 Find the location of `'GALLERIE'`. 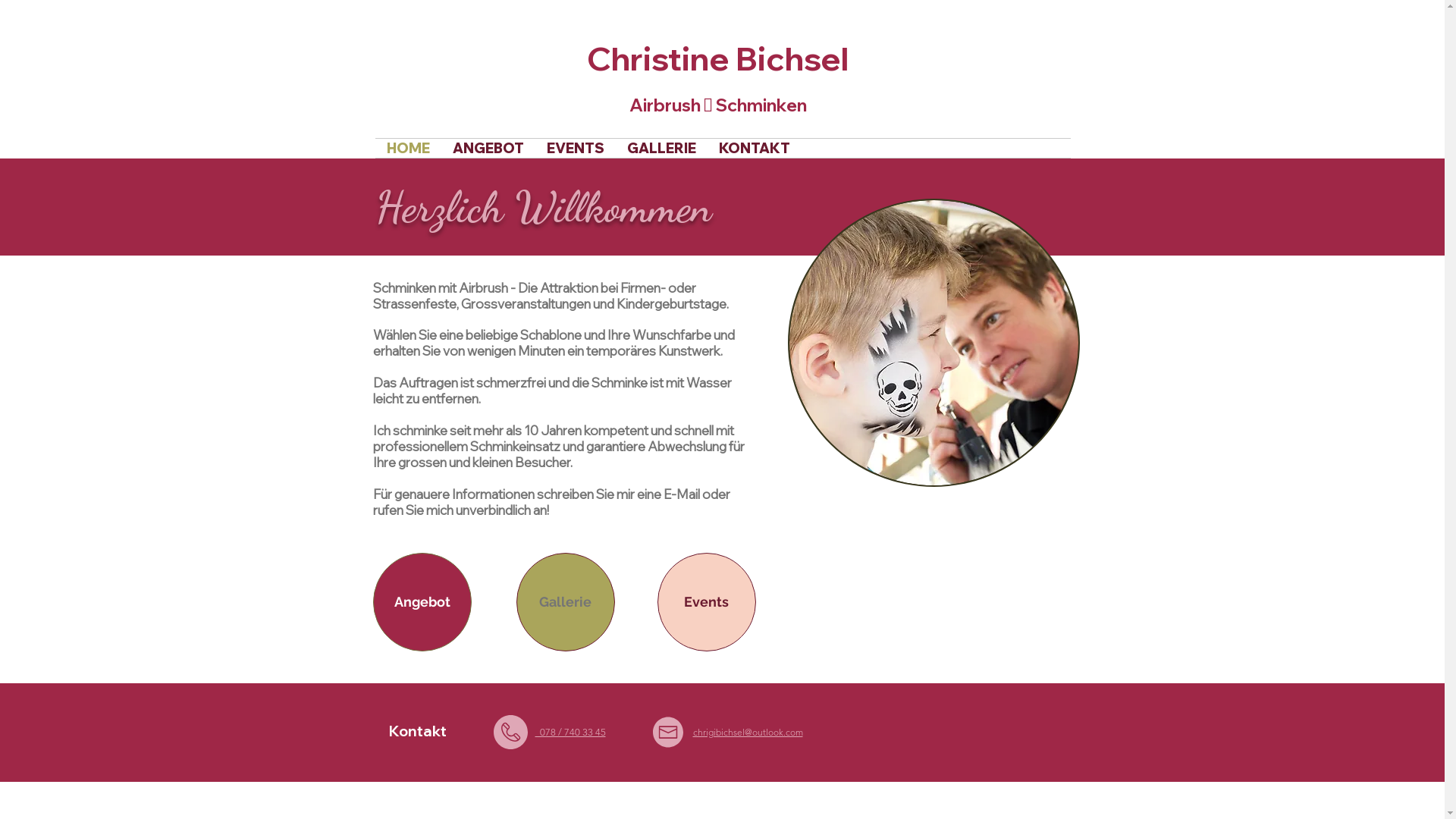

'GALLERIE' is located at coordinates (661, 148).